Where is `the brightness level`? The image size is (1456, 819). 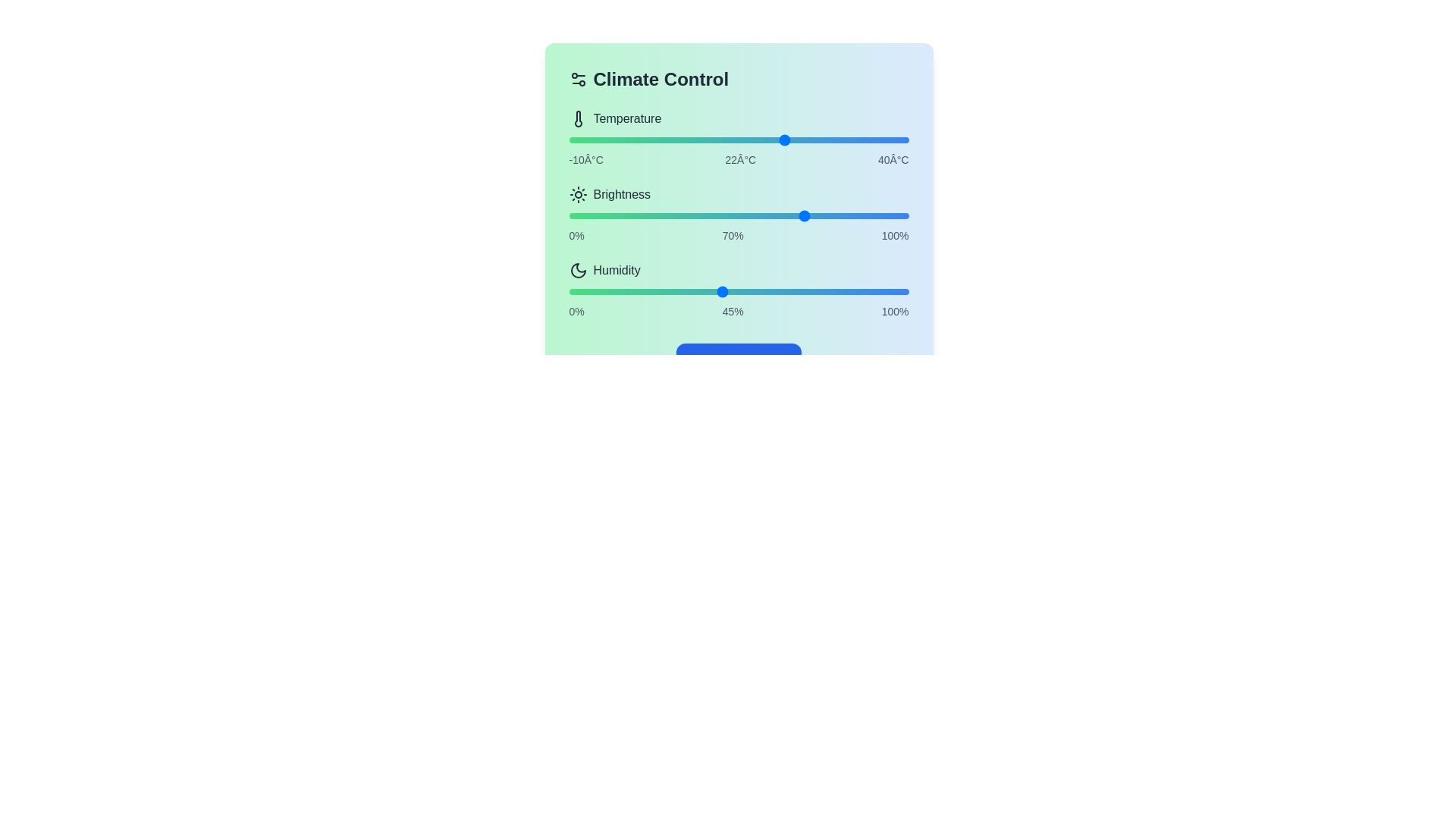 the brightness level is located at coordinates (783, 216).